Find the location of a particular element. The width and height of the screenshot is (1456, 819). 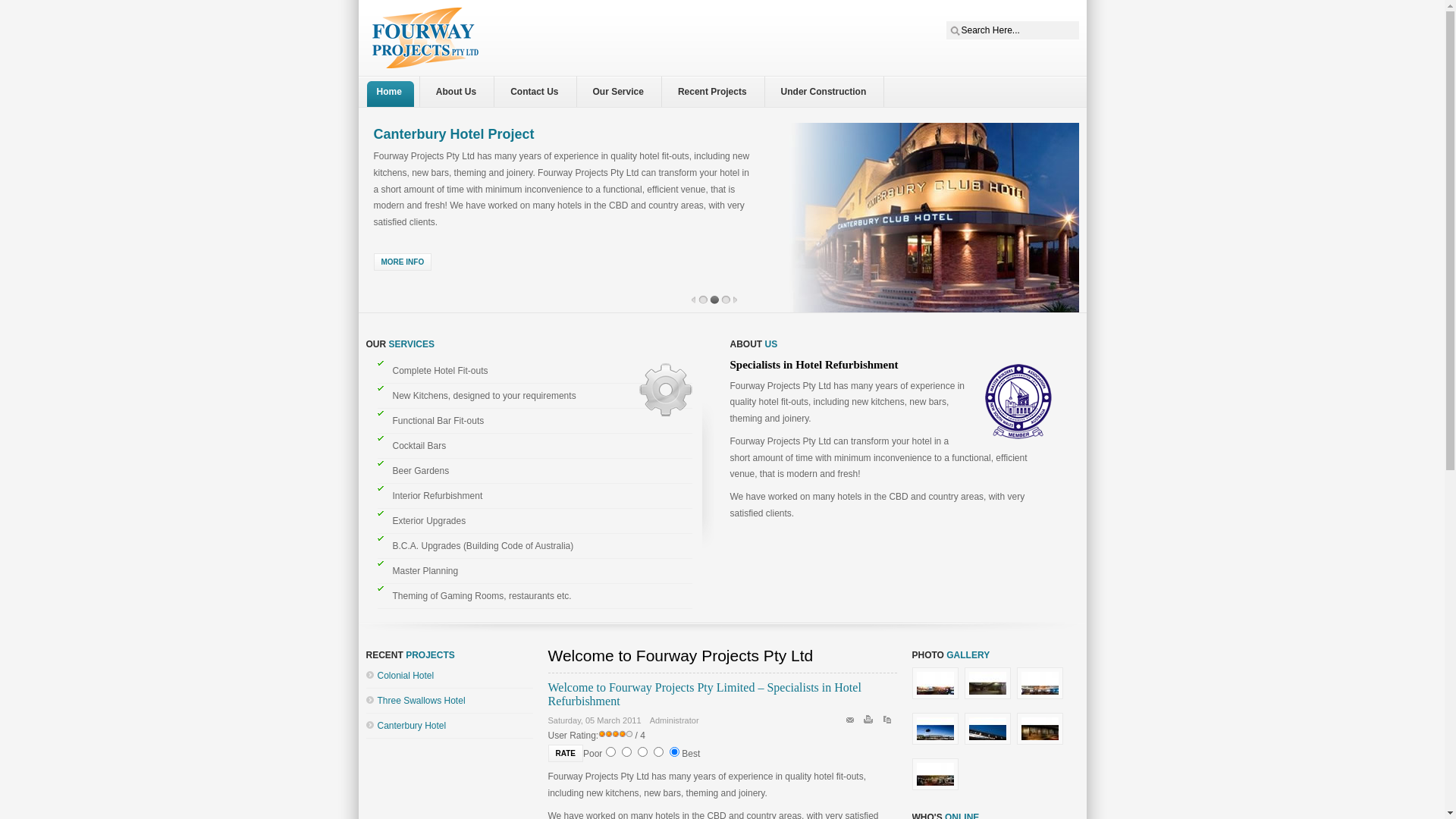

'Photo Gallery' is located at coordinates (1040, 699).